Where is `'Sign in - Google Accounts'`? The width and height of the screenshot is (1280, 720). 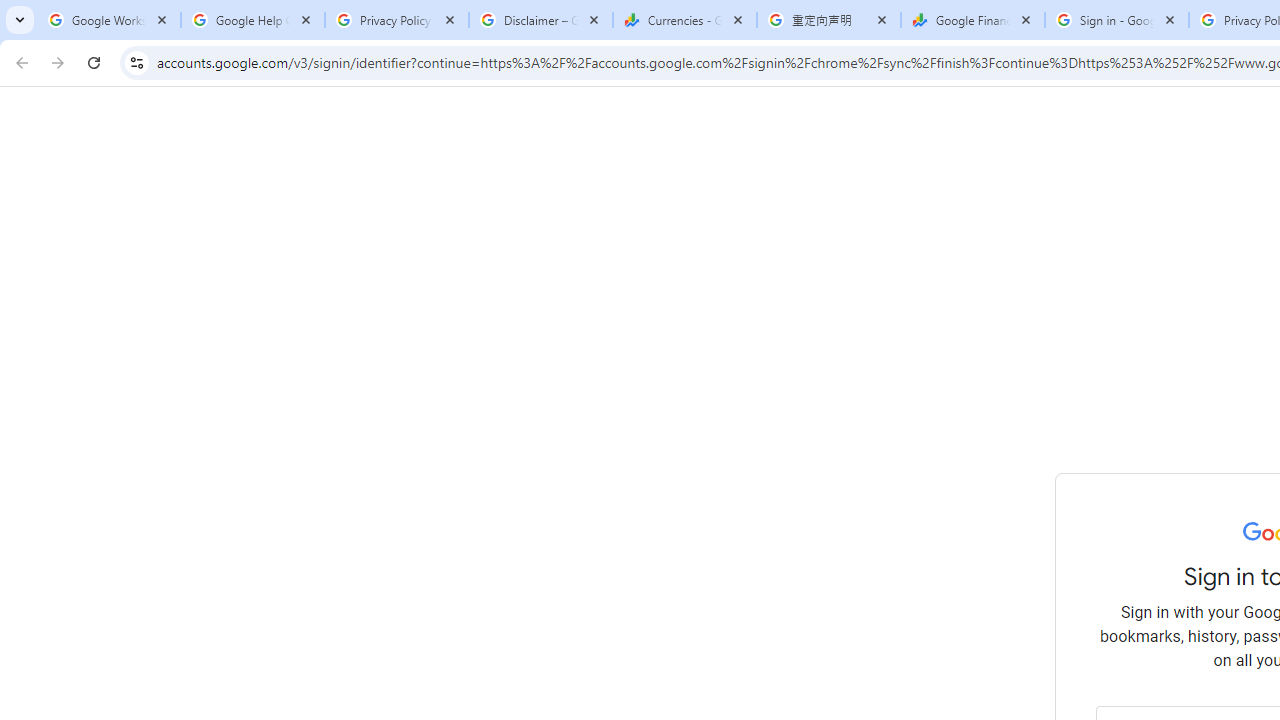 'Sign in - Google Accounts' is located at coordinates (1115, 20).